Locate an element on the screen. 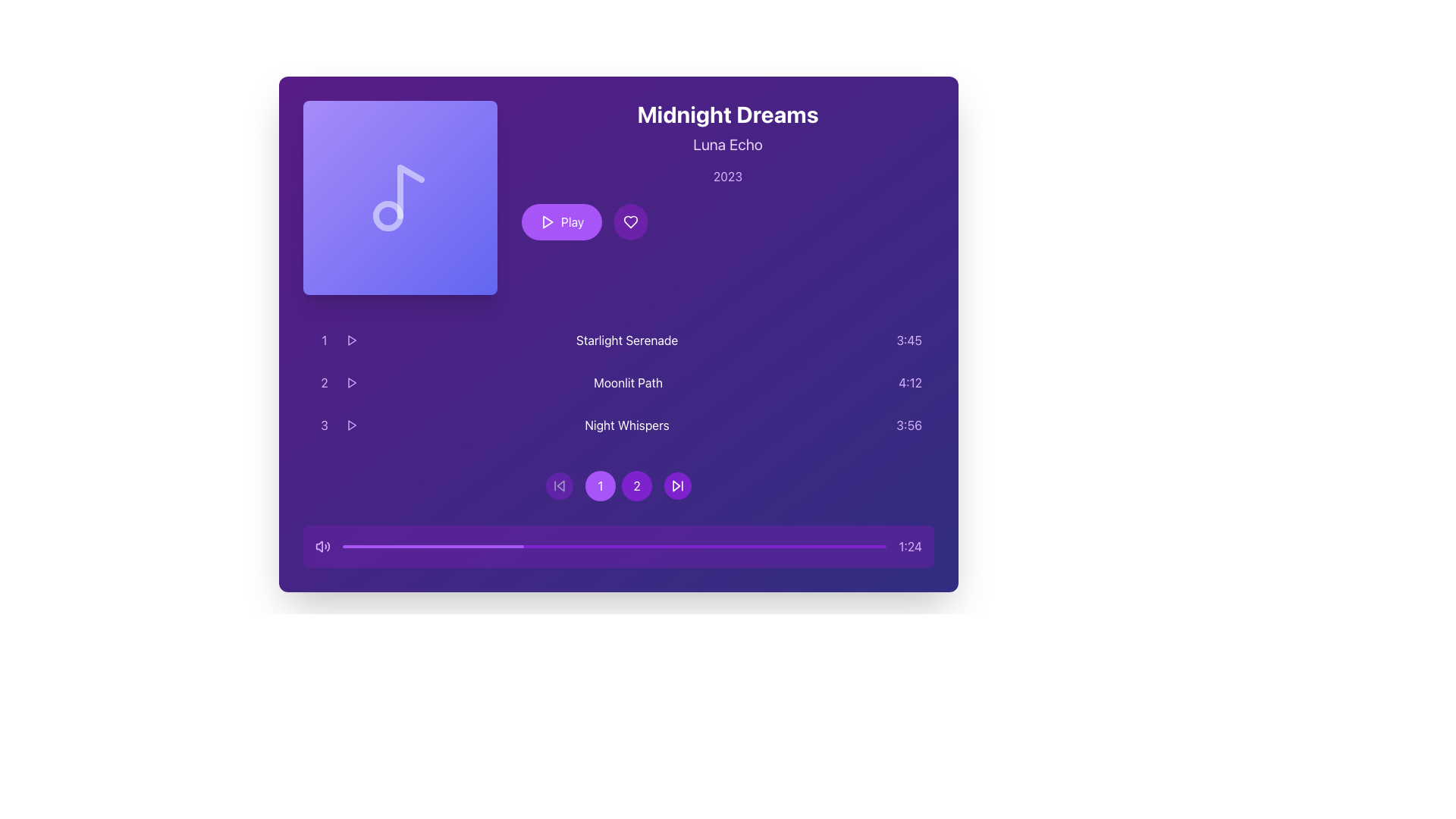 This screenshot has height=819, width=1456. the play button icon that is located in the third list item of the track list, positioned to the right of the number '3' and to the left of the track title 'Night Whispers' is located at coordinates (351, 425).